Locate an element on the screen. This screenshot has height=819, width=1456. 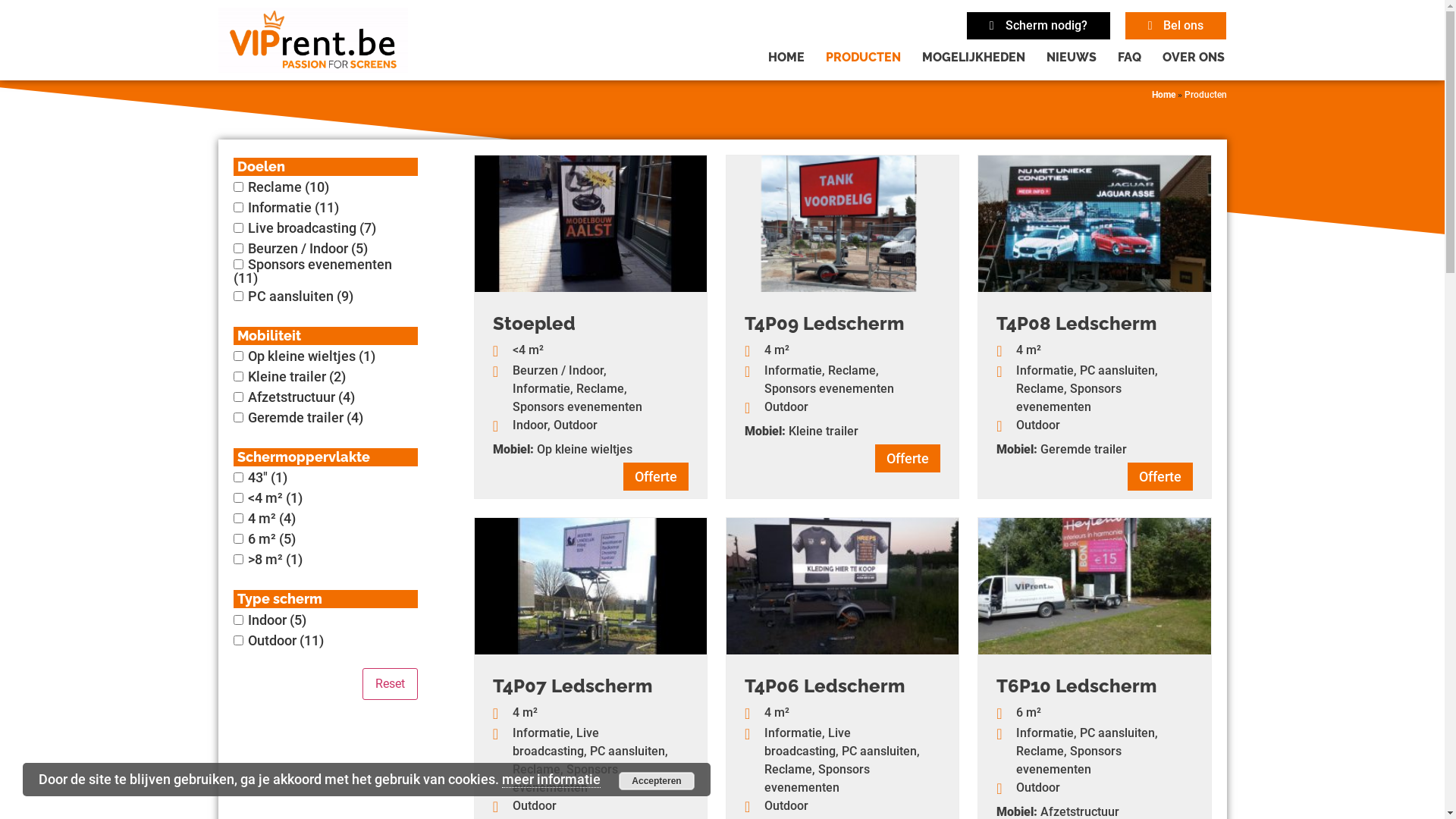
'Bel ons' is located at coordinates (1175, 26).